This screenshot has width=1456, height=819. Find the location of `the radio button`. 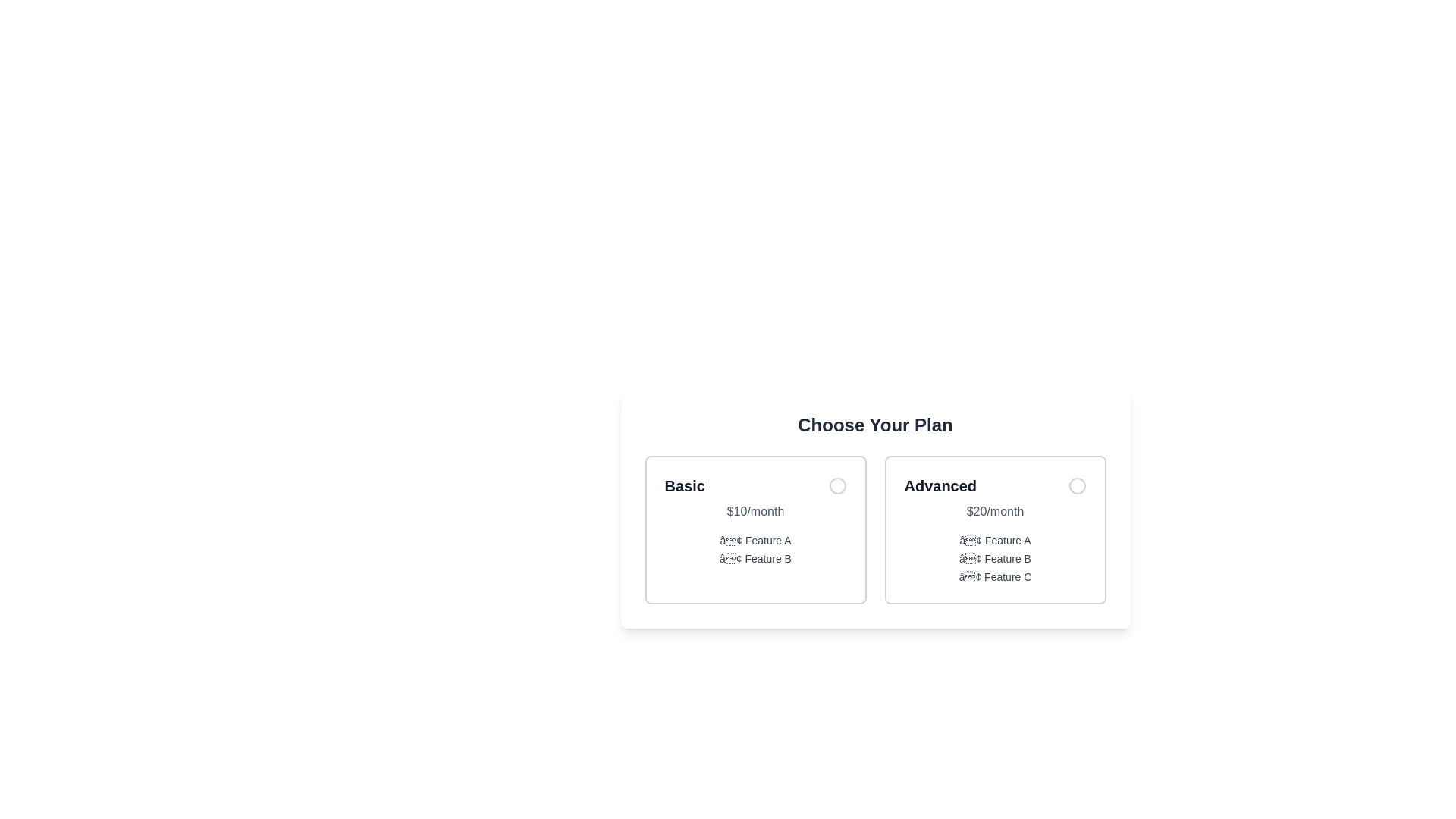

the radio button is located at coordinates (836, 485).